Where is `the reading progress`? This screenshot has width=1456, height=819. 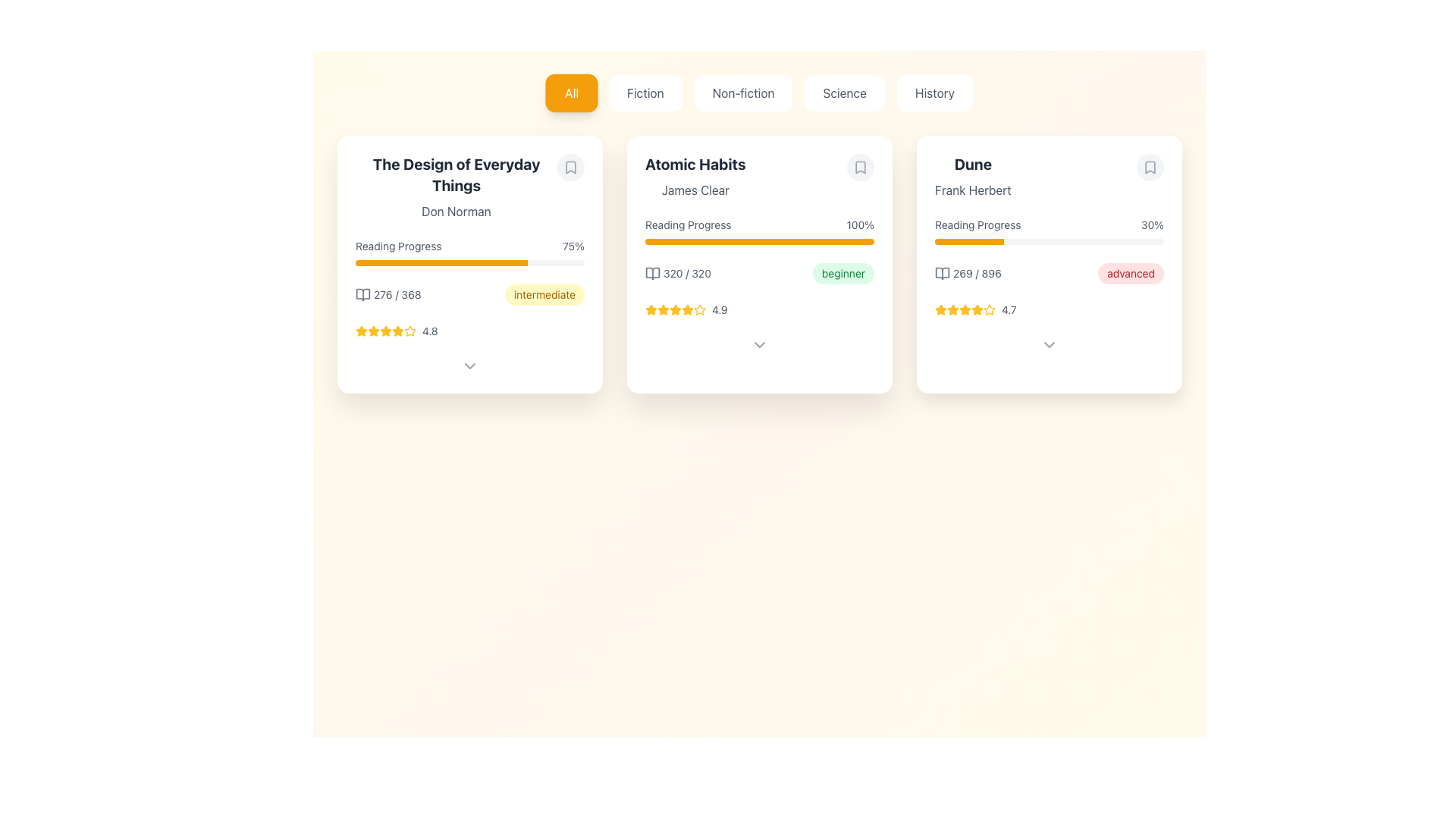
the reading progress is located at coordinates (981, 241).